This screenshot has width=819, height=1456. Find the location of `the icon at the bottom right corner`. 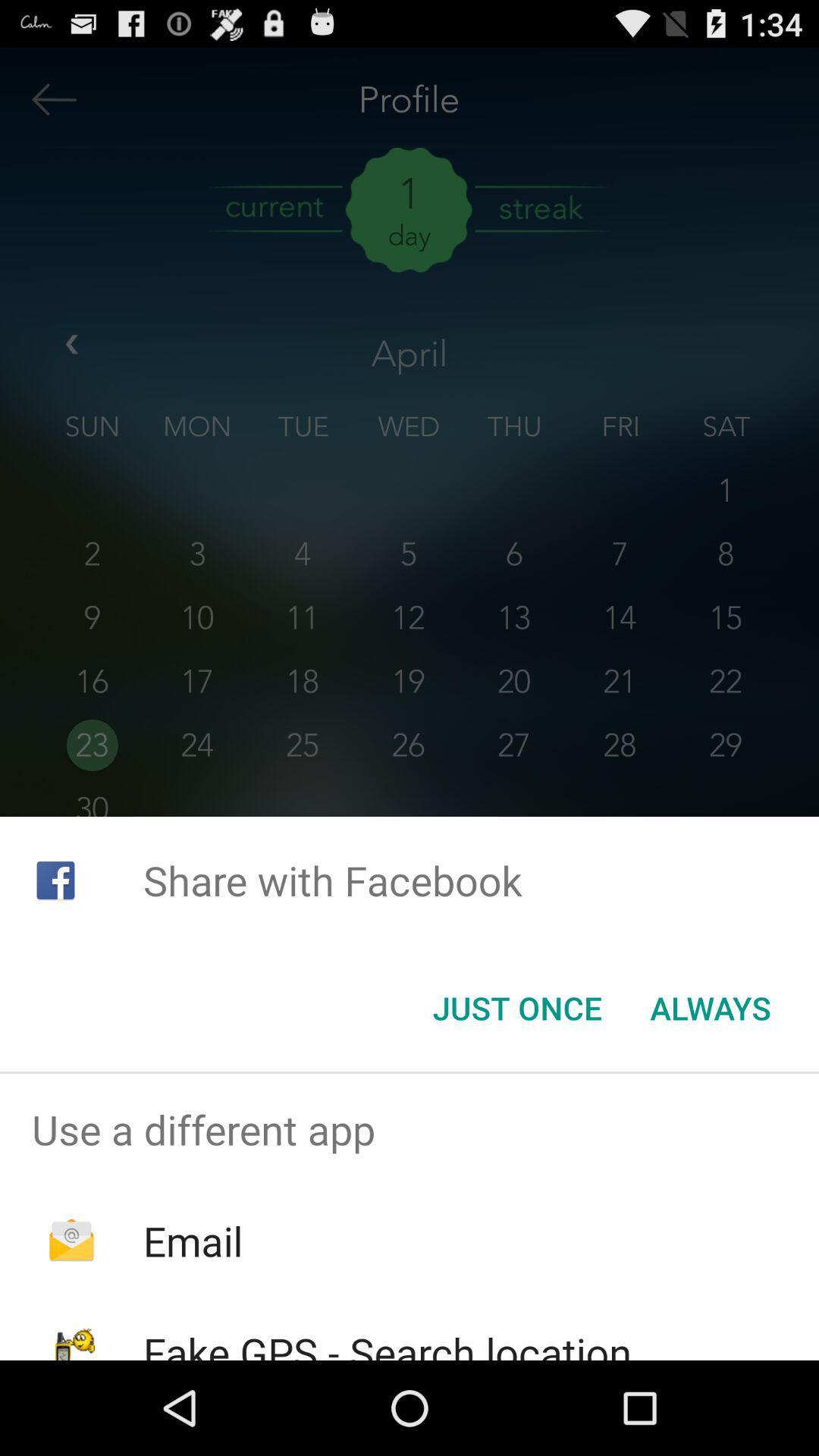

the icon at the bottom right corner is located at coordinates (711, 1008).